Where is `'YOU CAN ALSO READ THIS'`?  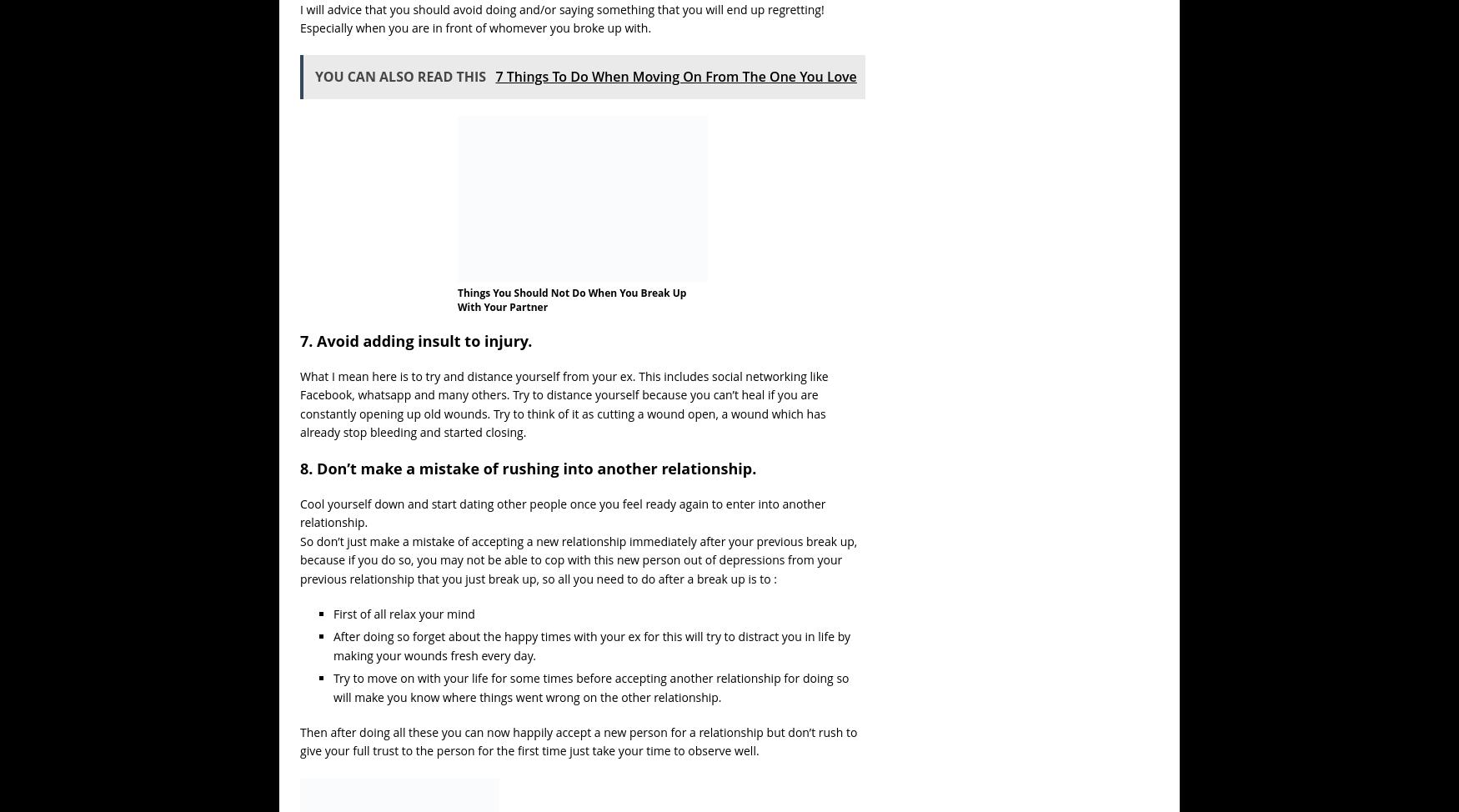
'YOU CAN ALSO READ THIS' is located at coordinates (402, 74).